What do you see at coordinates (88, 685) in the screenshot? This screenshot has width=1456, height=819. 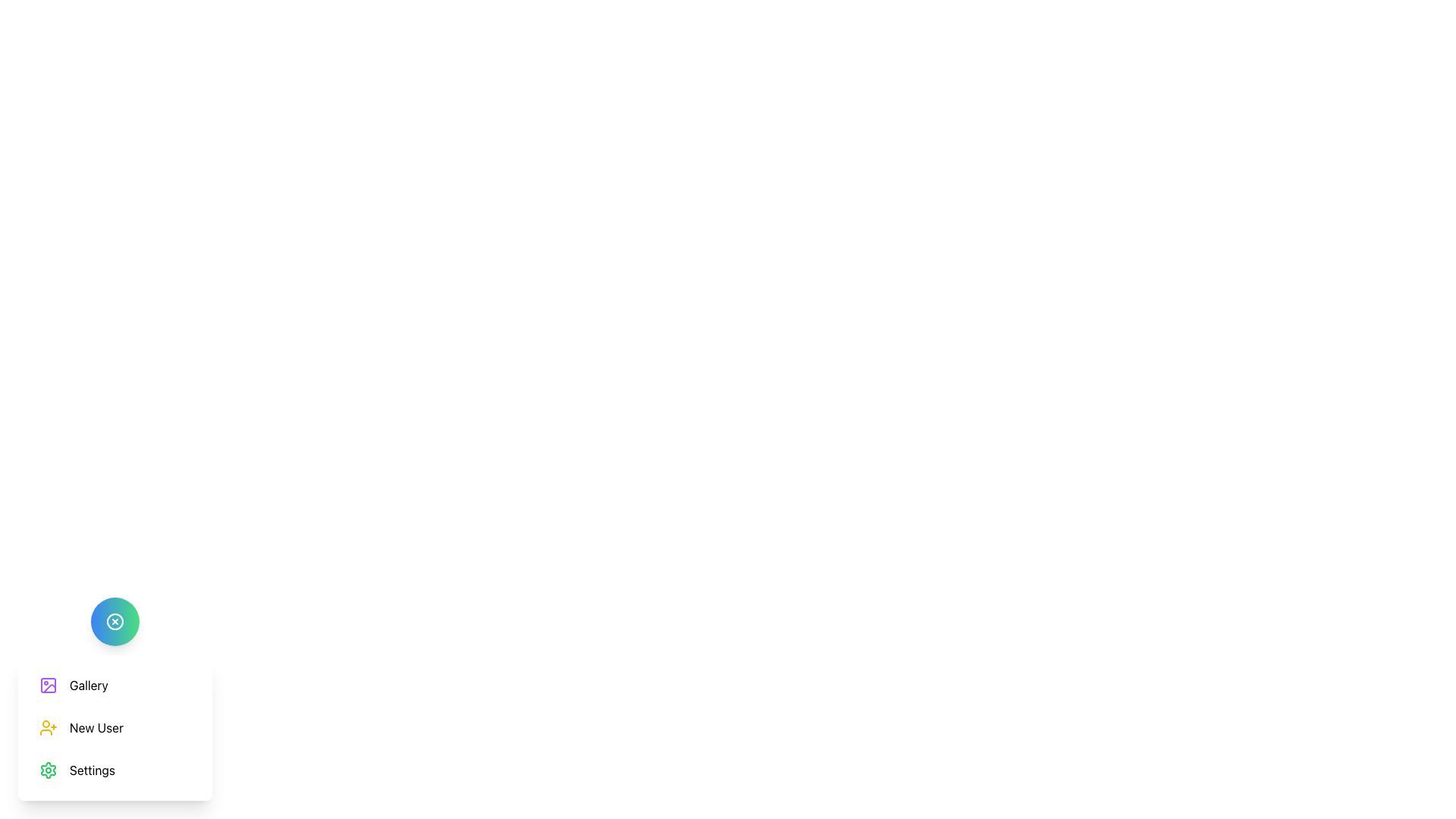 I see `text label 'Gallery' which indicates a section or feature in the menu, located to the right of the purple icon` at bounding box center [88, 685].